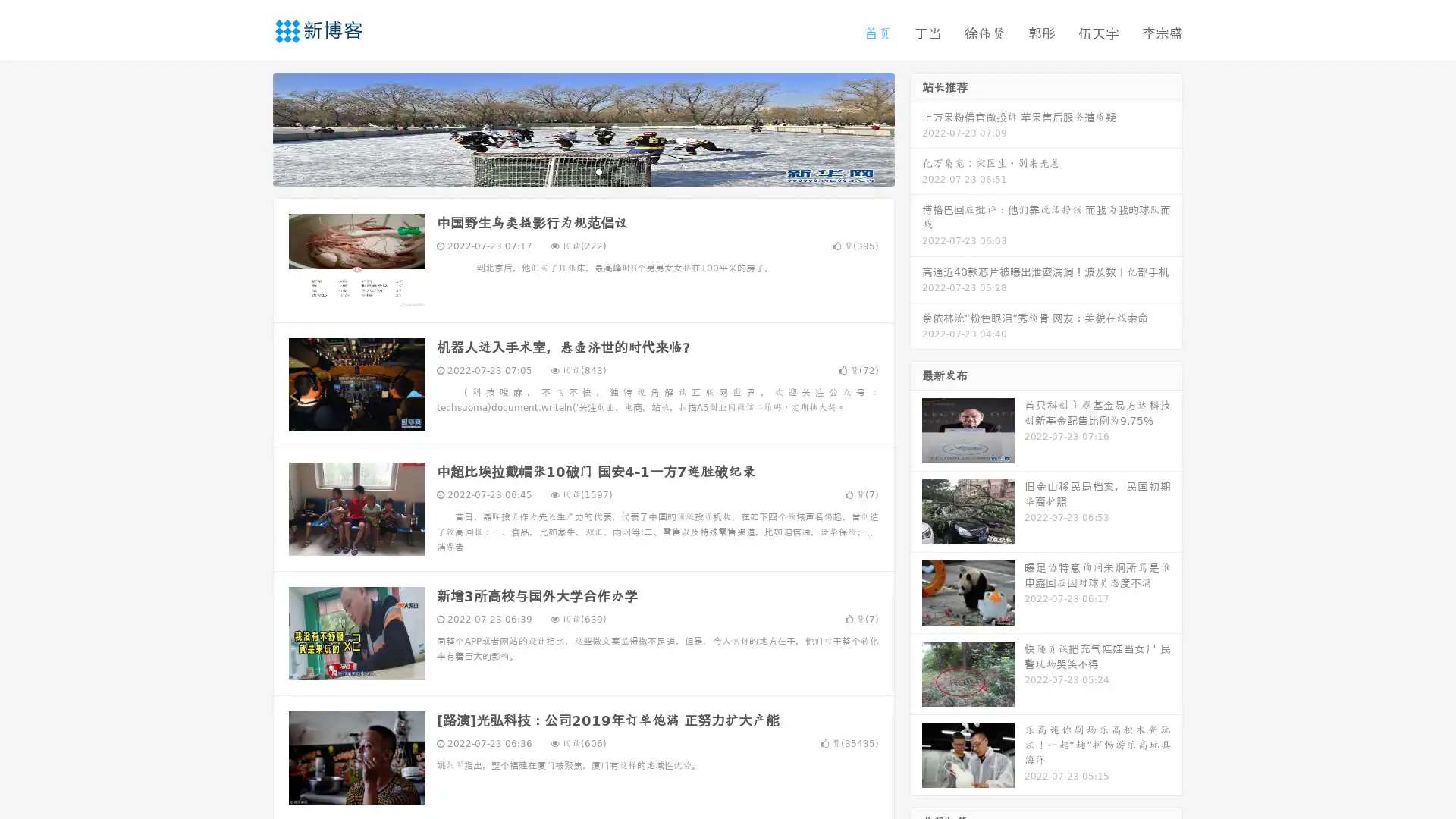 This screenshot has width=1456, height=819. Describe the element at coordinates (250, 127) in the screenshot. I see `Previous slide` at that location.